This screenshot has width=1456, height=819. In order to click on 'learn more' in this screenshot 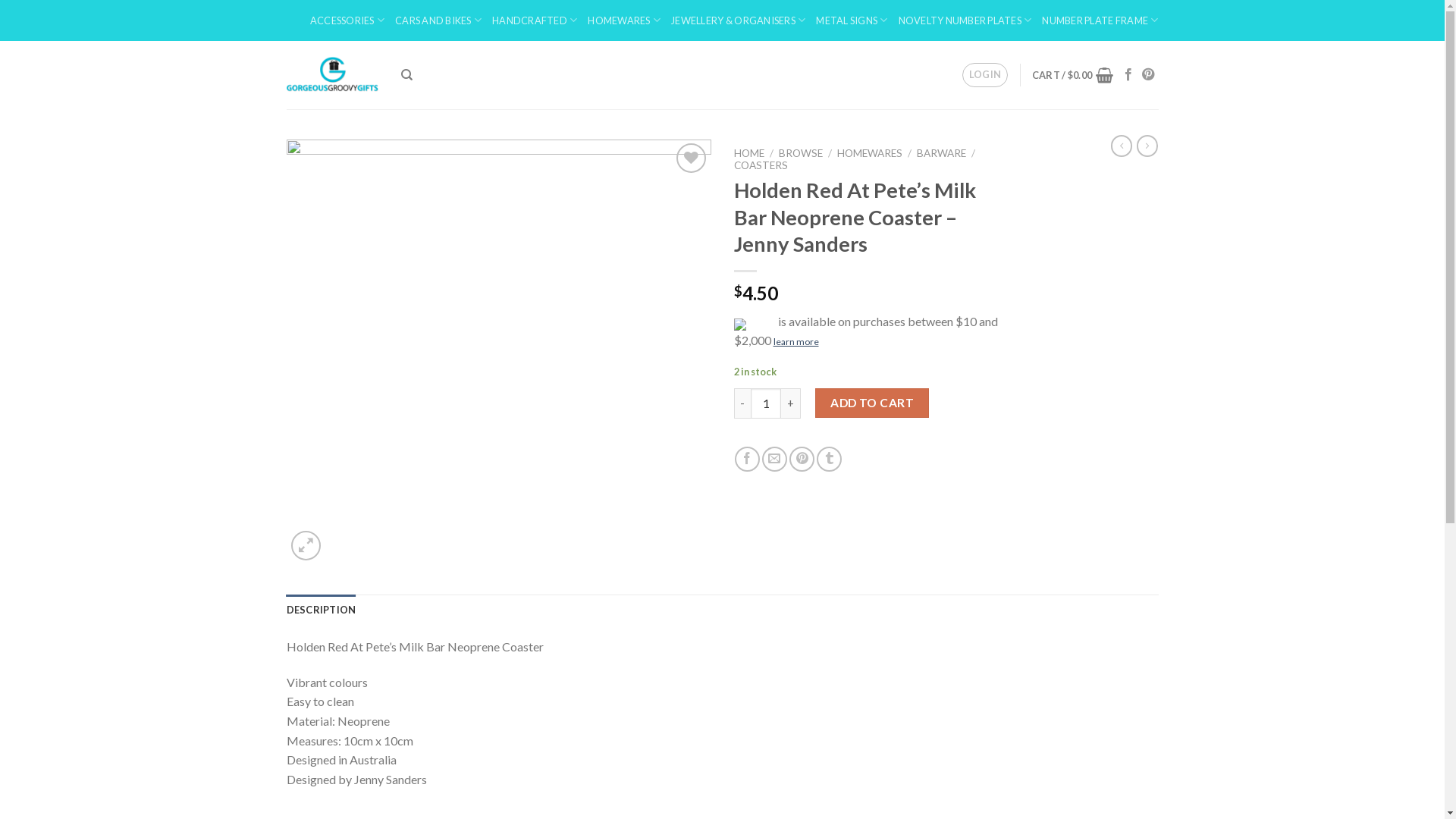, I will do `click(795, 341)`.